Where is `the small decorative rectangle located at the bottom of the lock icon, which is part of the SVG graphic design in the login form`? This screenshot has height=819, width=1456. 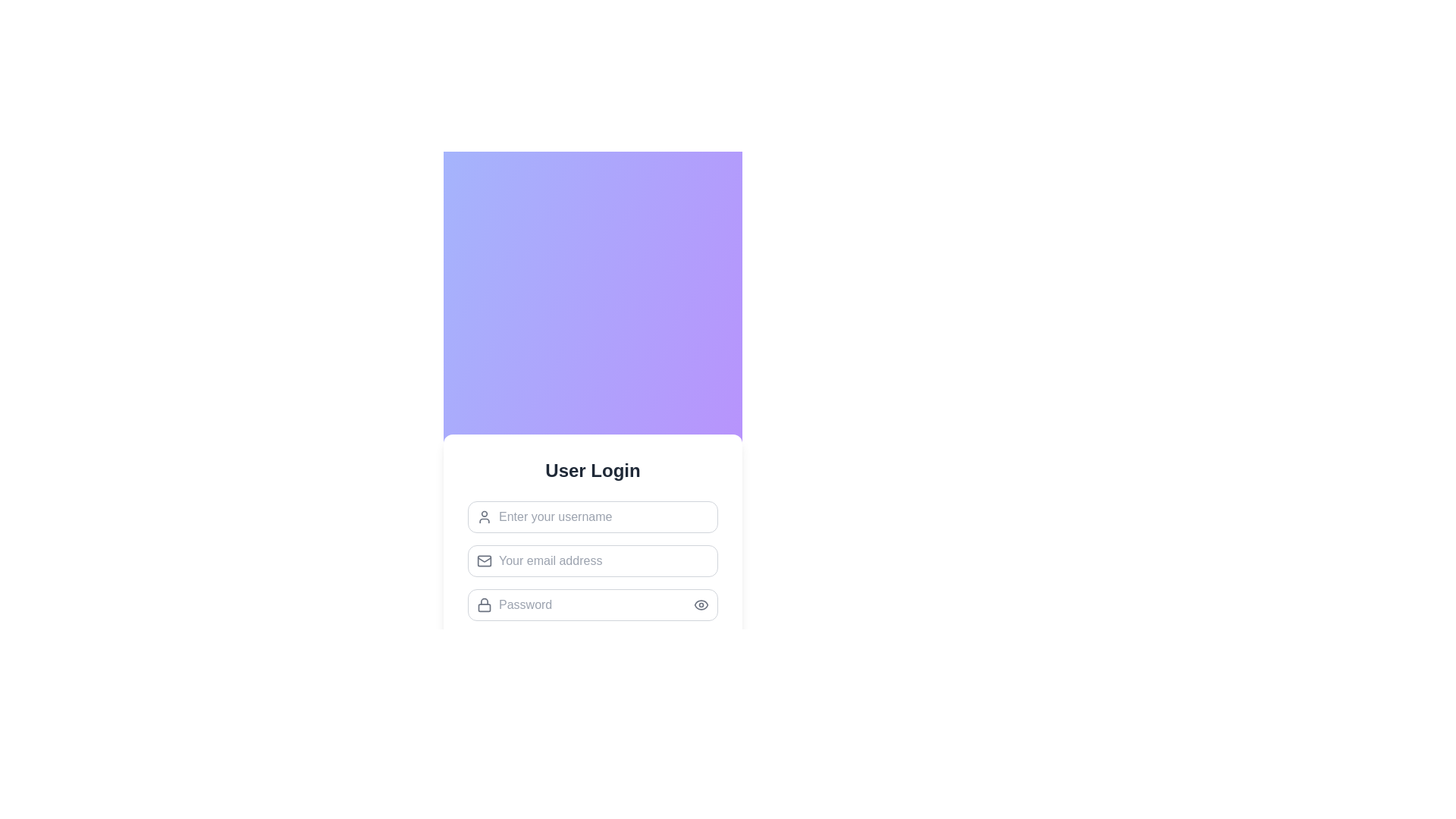 the small decorative rectangle located at the bottom of the lock icon, which is part of the SVG graphic design in the login form is located at coordinates (483, 607).